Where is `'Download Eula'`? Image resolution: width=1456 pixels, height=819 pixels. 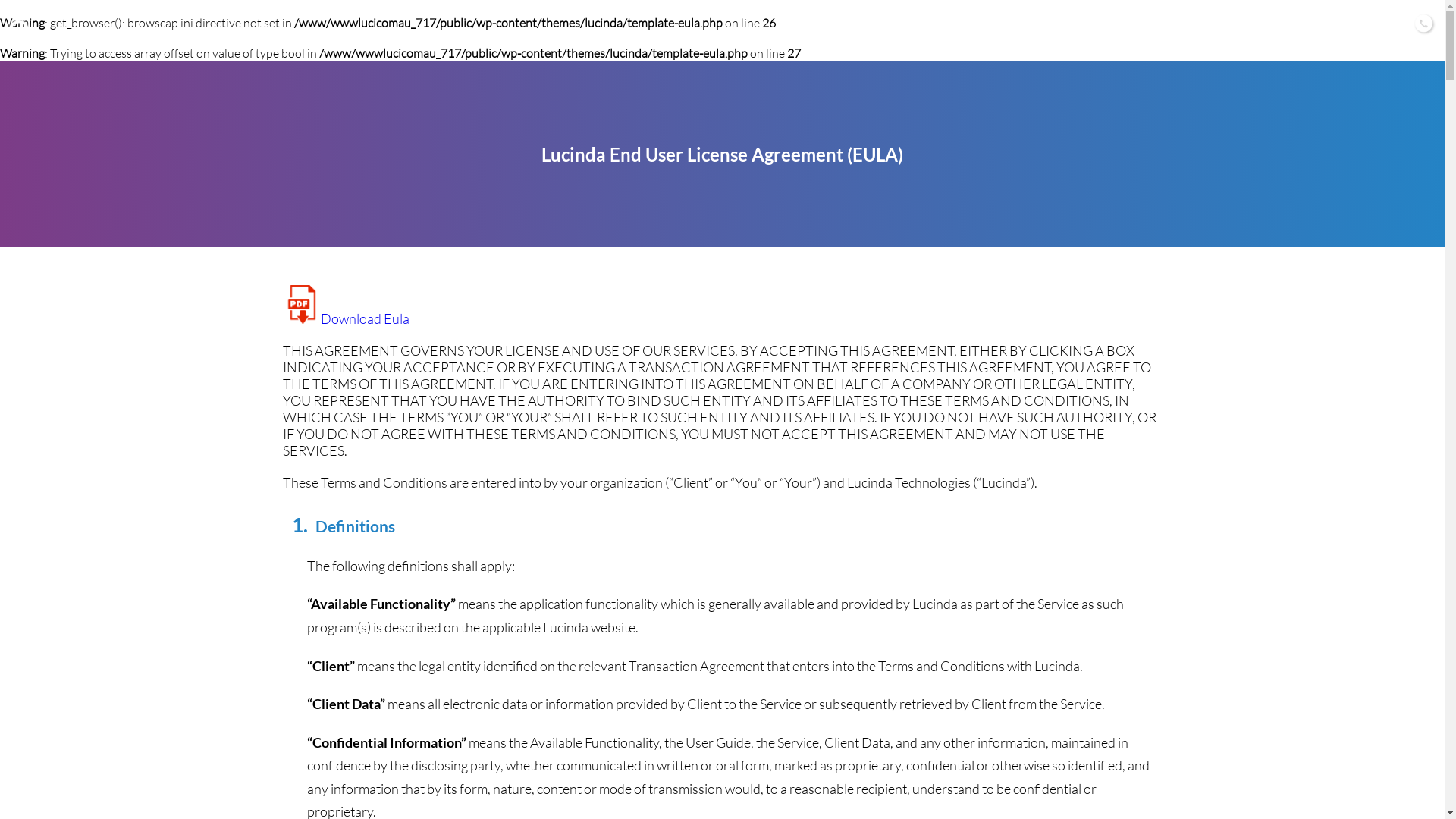
'Download Eula' is located at coordinates (344, 318).